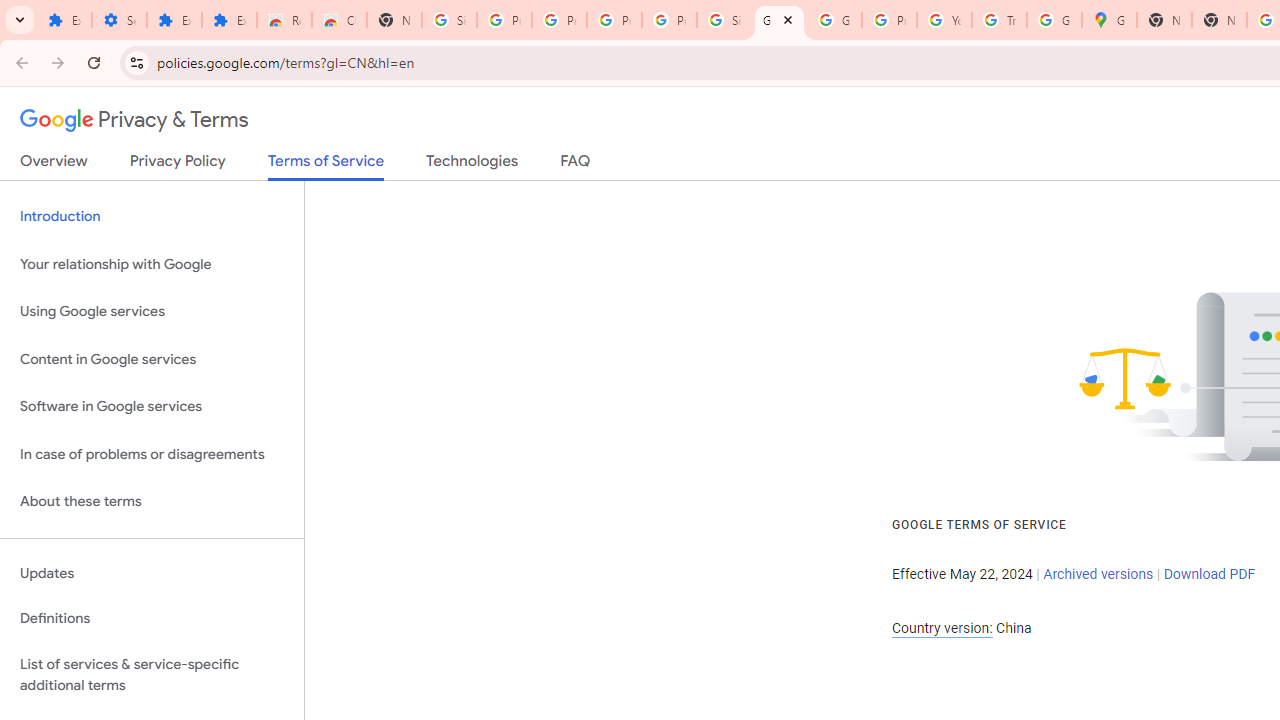  What do you see at coordinates (151, 358) in the screenshot?
I see `'Content in Google services'` at bounding box center [151, 358].